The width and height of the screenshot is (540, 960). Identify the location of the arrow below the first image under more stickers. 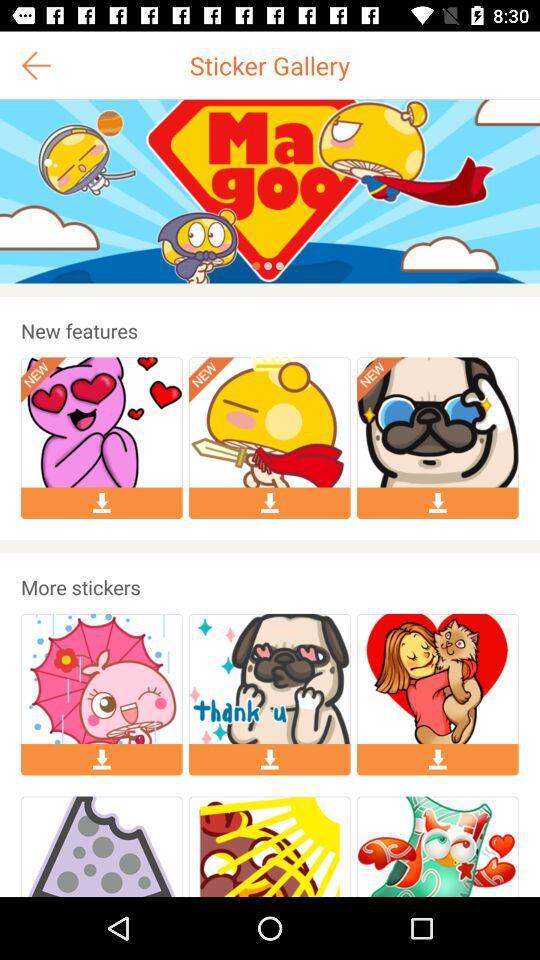
(102, 759).